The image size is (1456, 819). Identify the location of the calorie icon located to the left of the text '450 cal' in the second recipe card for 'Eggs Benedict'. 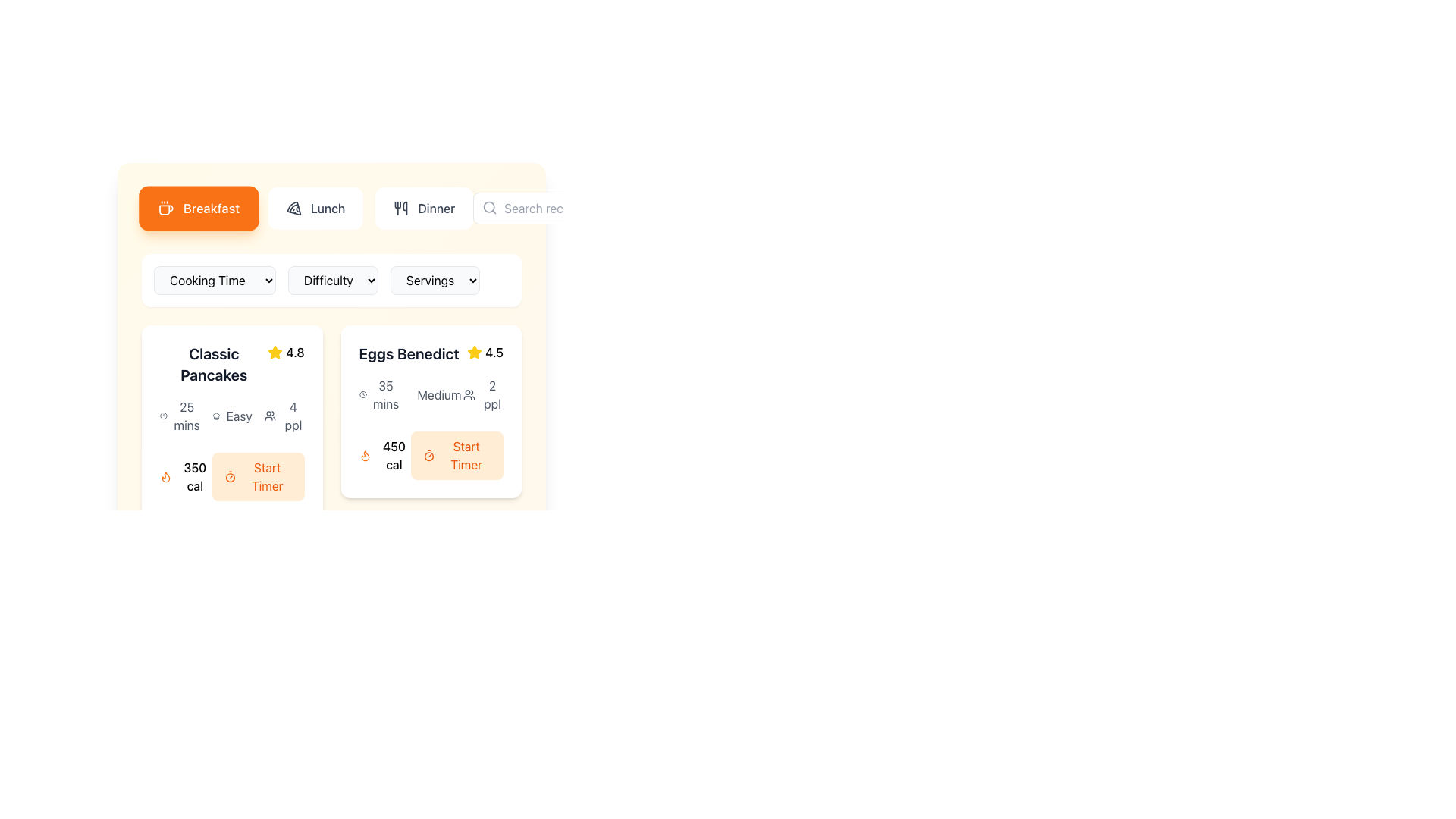
(365, 455).